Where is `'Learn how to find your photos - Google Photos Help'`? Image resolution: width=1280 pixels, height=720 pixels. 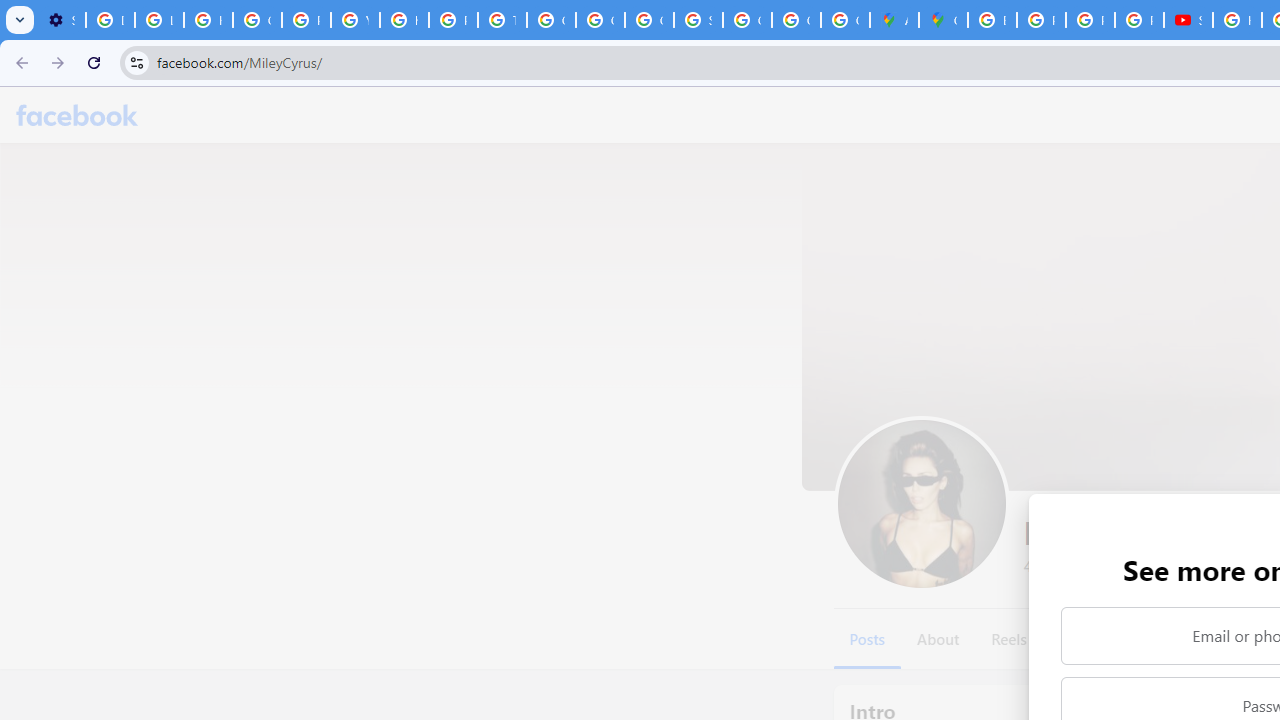
'Learn how to find your photos - Google Photos Help' is located at coordinates (158, 20).